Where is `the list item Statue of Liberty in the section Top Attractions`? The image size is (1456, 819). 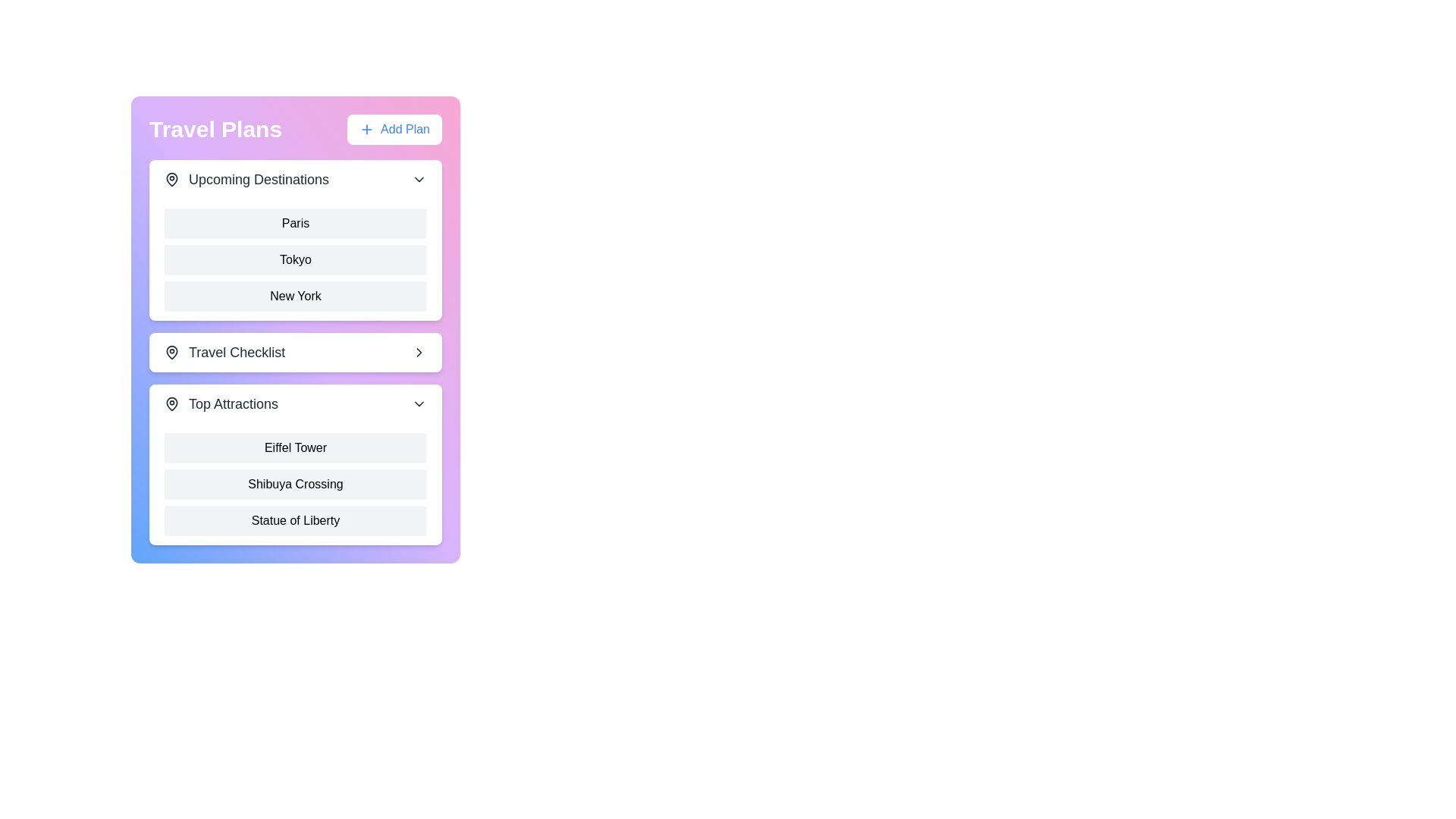 the list item Statue of Liberty in the section Top Attractions is located at coordinates (295, 519).